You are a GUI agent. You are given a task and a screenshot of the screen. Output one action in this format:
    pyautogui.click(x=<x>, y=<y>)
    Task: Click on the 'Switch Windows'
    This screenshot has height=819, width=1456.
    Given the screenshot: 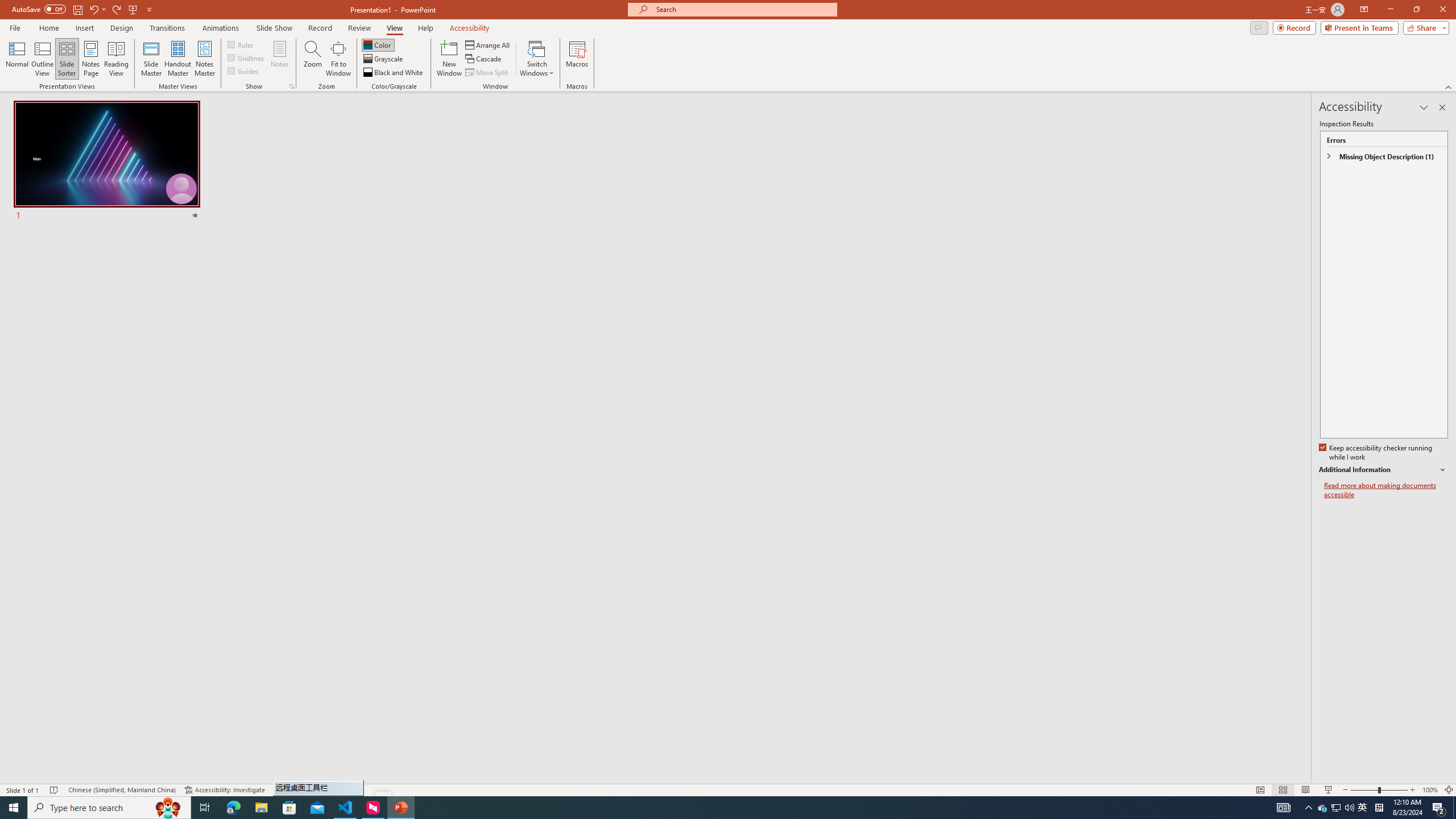 What is the action you would take?
    pyautogui.click(x=536, y=59)
    